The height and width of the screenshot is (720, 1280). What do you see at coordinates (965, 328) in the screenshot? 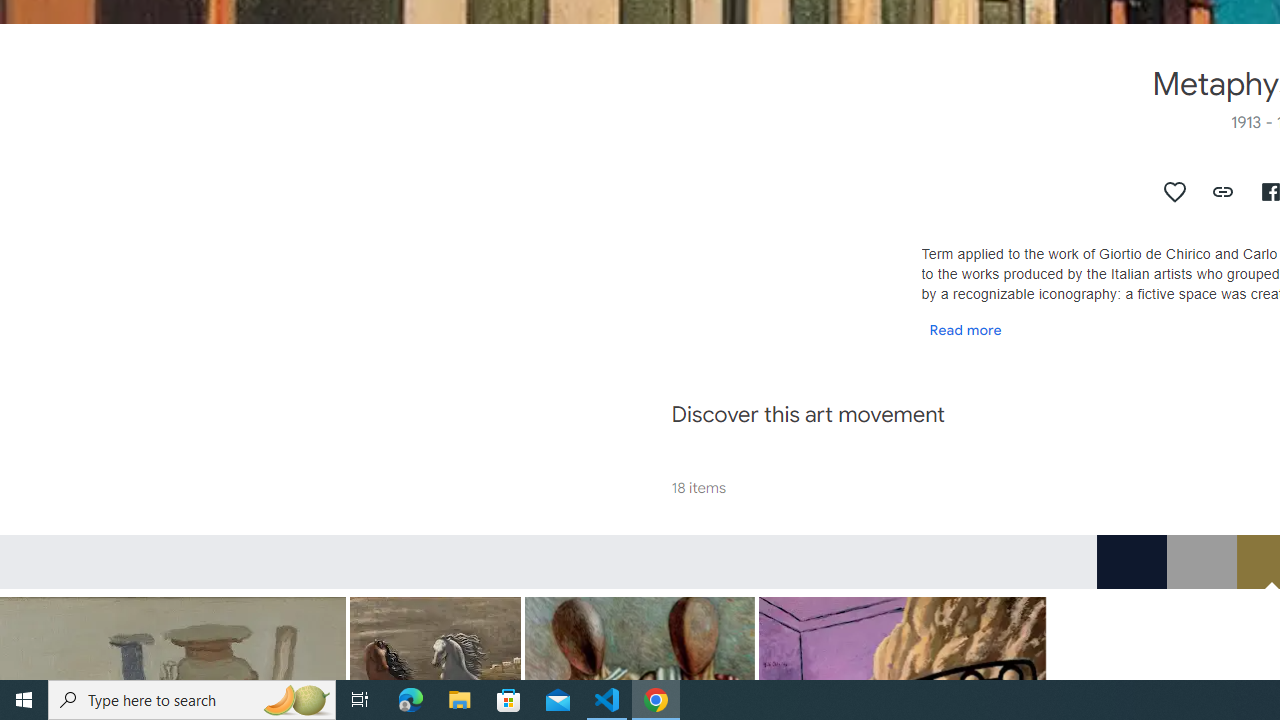
I see `'Read more'` at bounding box center [965, 328].